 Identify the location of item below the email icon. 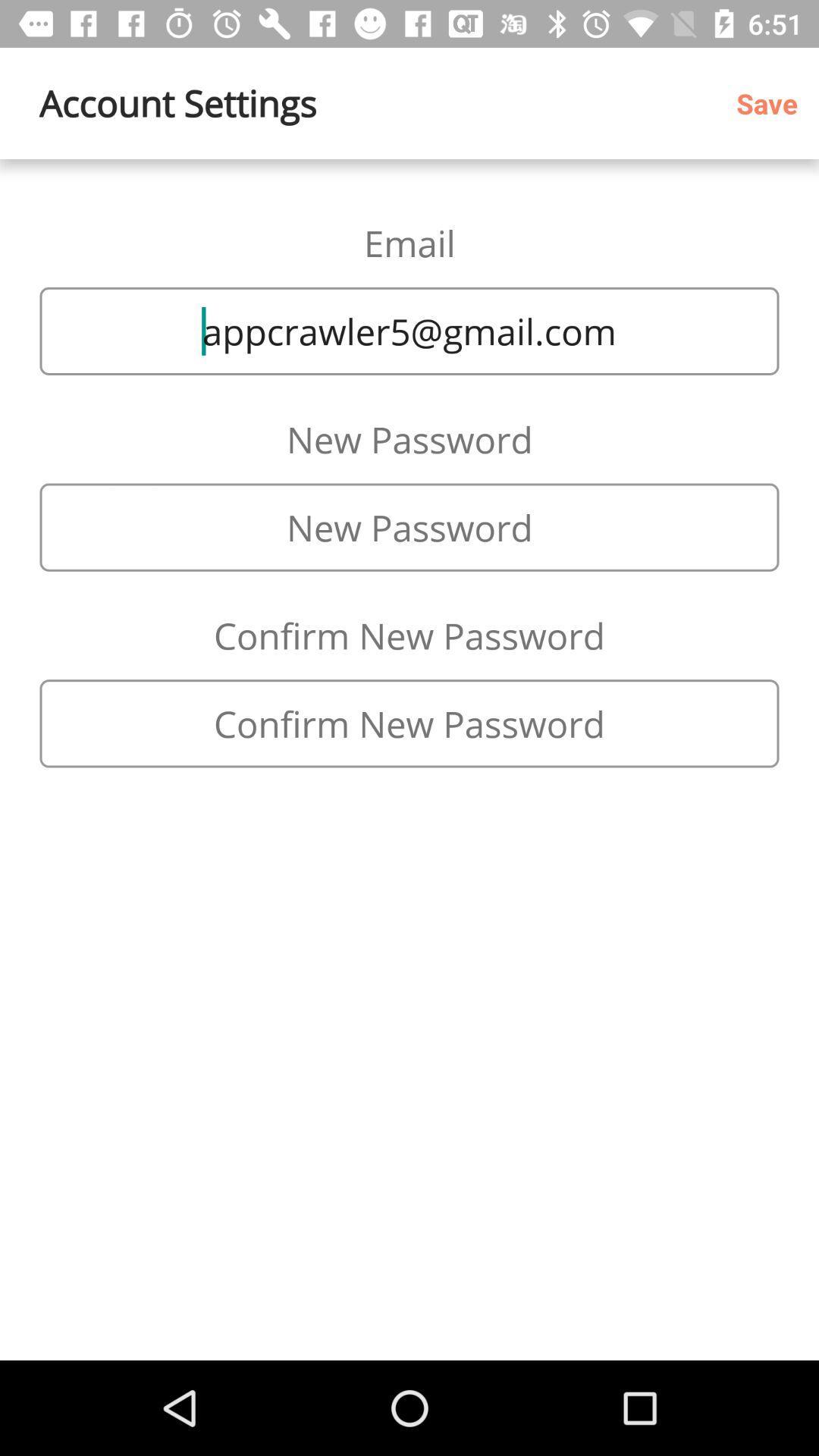
(409, 330).